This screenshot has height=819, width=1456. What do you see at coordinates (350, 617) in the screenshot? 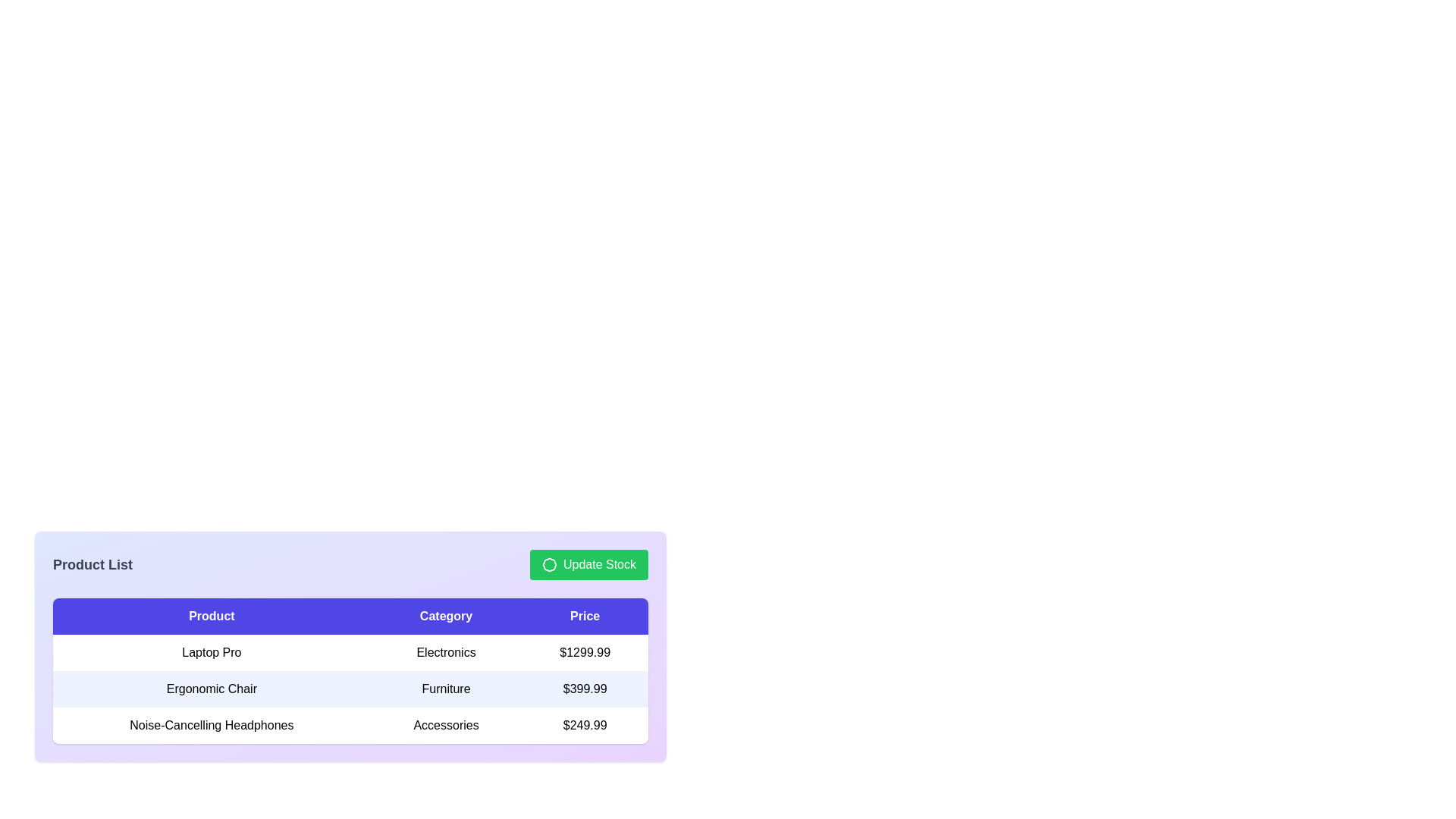
I see `the table header row displaying 'Product', 'Category', and 'Price'` at bounding box center [350, 617].